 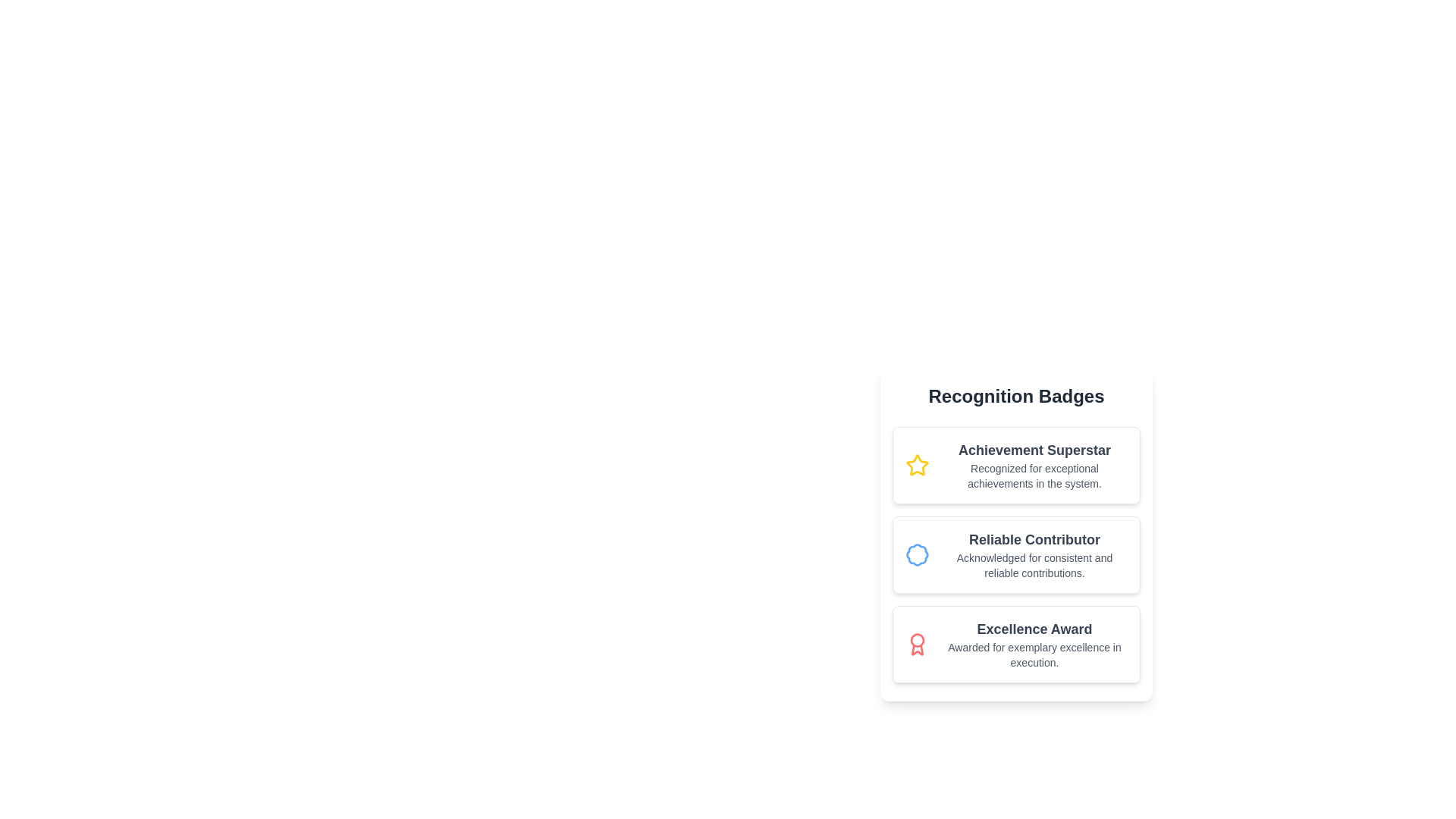 What do you see at coordinates (1034, 475) in the screenshot?
I see `the text label that reads 'Recognized for exceptional achievements in the system.' located below 'Achievement Superstar' in the top card of recognition badges` at bounding box center [1034, 475].